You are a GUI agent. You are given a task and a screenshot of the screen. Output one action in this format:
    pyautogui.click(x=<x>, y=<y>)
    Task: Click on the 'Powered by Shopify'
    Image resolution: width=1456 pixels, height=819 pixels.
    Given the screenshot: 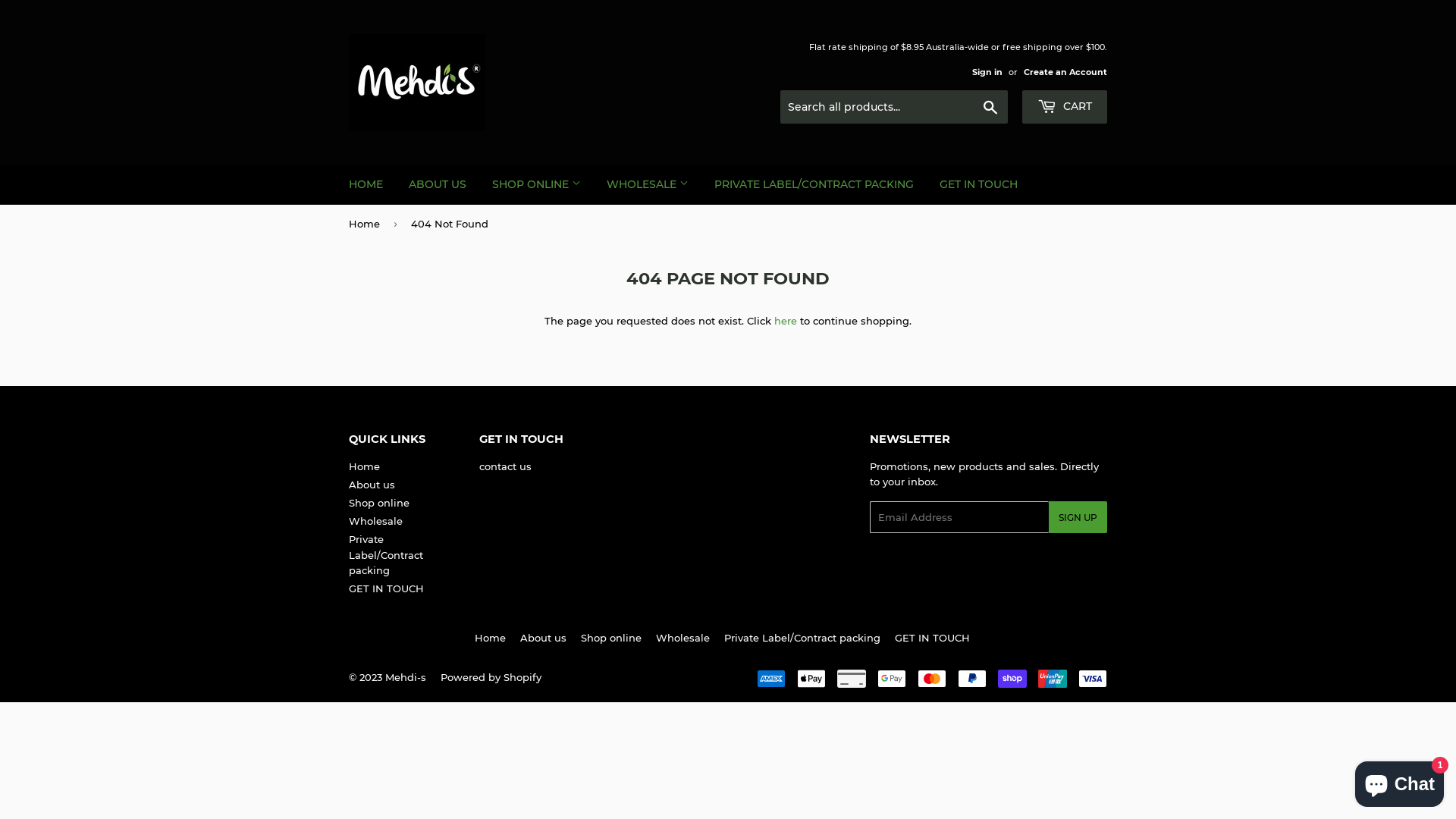 What is the action you would take?
    pyautogui.click(x=439, y=676)
    